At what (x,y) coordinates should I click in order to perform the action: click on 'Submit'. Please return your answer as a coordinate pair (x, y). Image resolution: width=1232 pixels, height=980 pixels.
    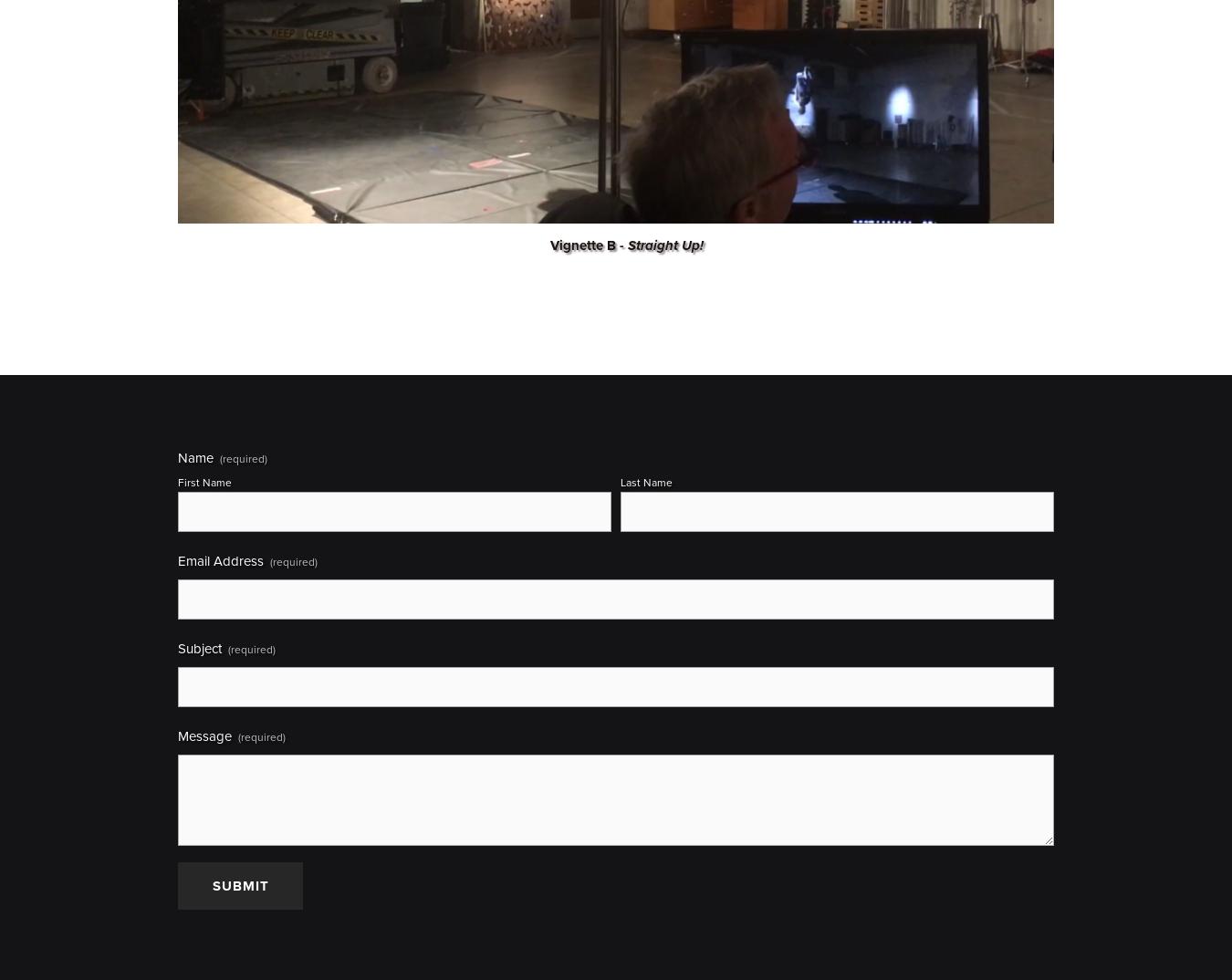
    Looking at the image, I should click on (238, 885).